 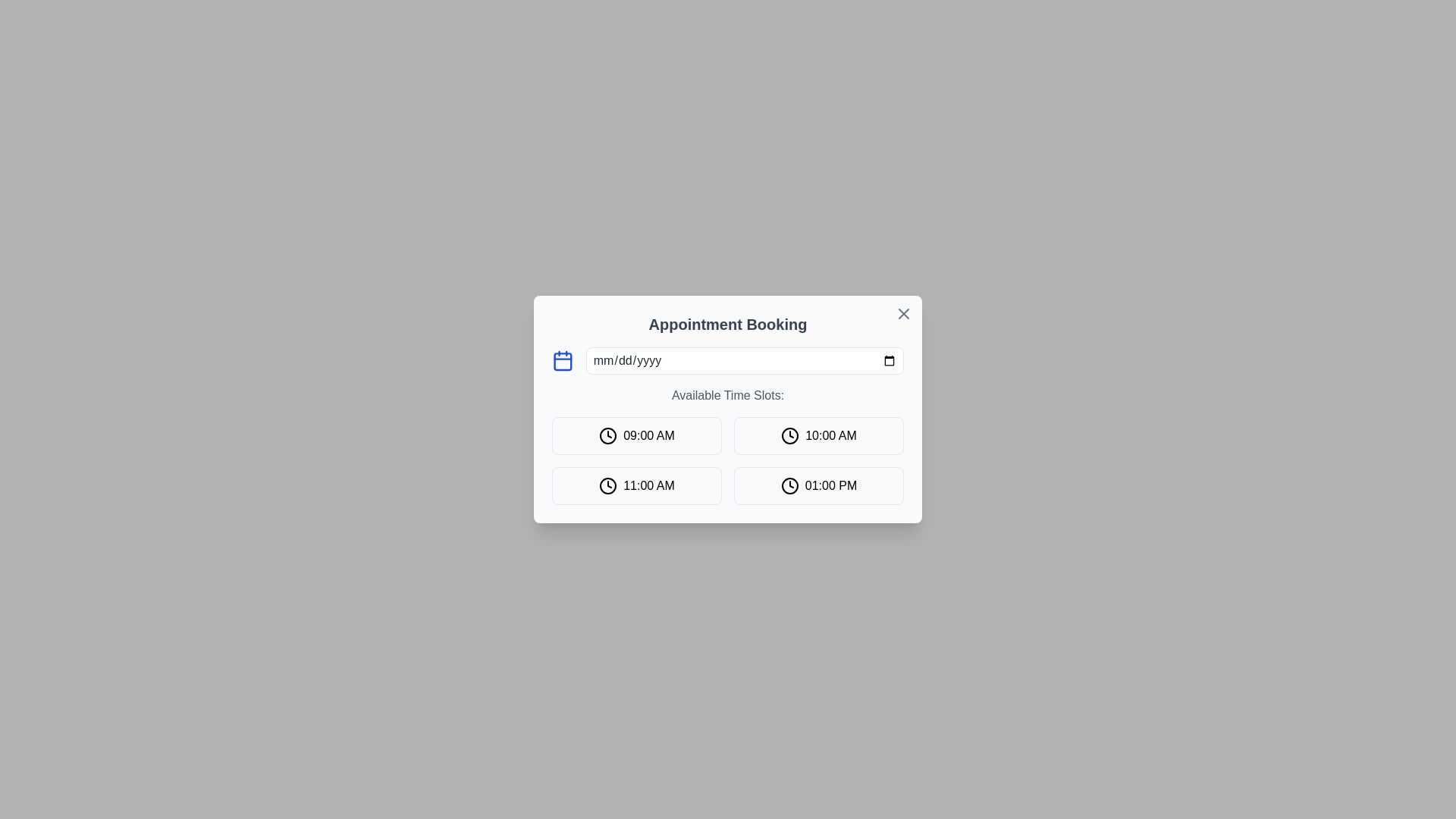 I want to click on the blue calendar outline icon on the left side of the date input field, so click(x=562, y=360).